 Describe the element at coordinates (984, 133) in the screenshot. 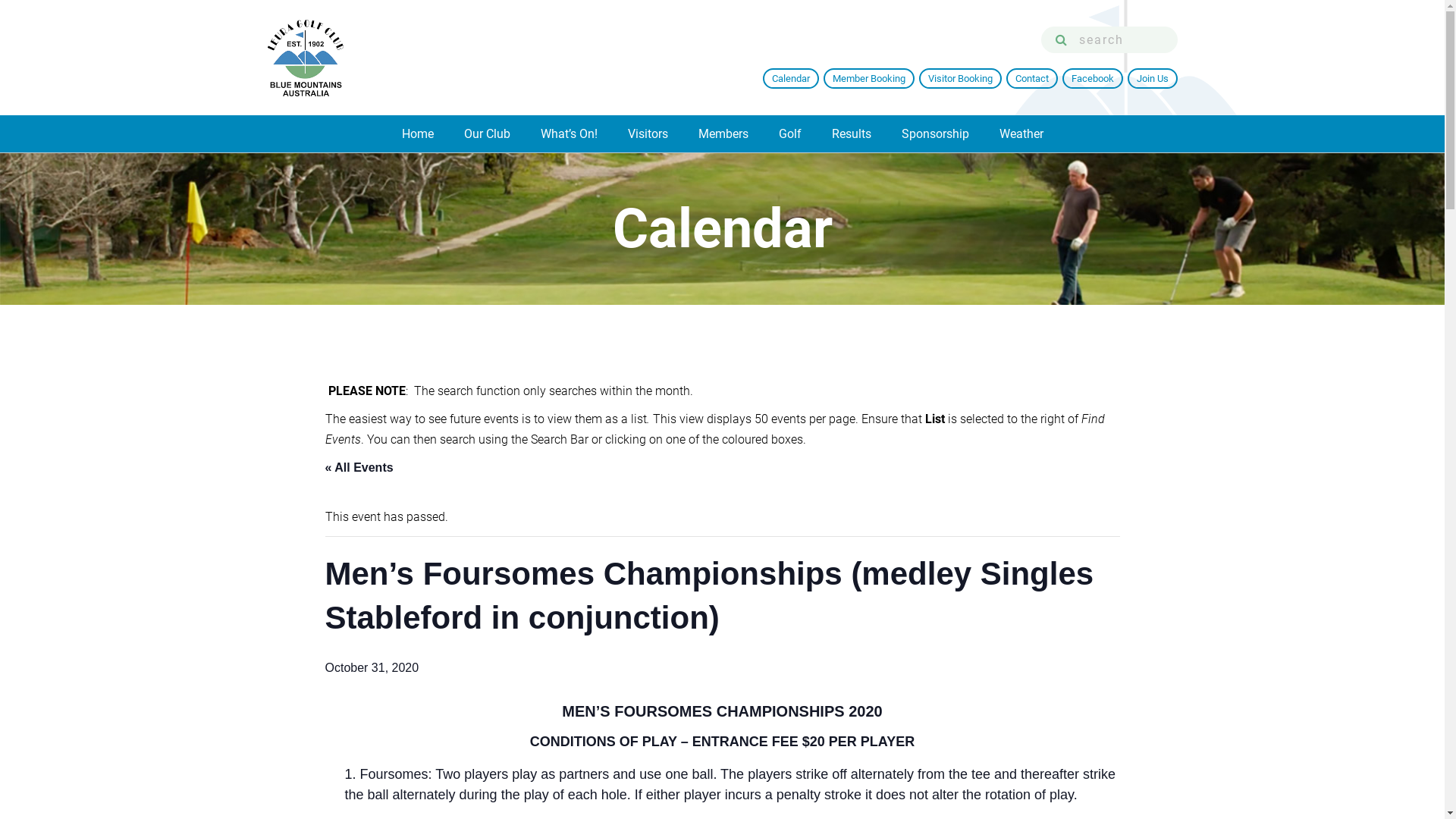

I see `'Weather'` at that location.